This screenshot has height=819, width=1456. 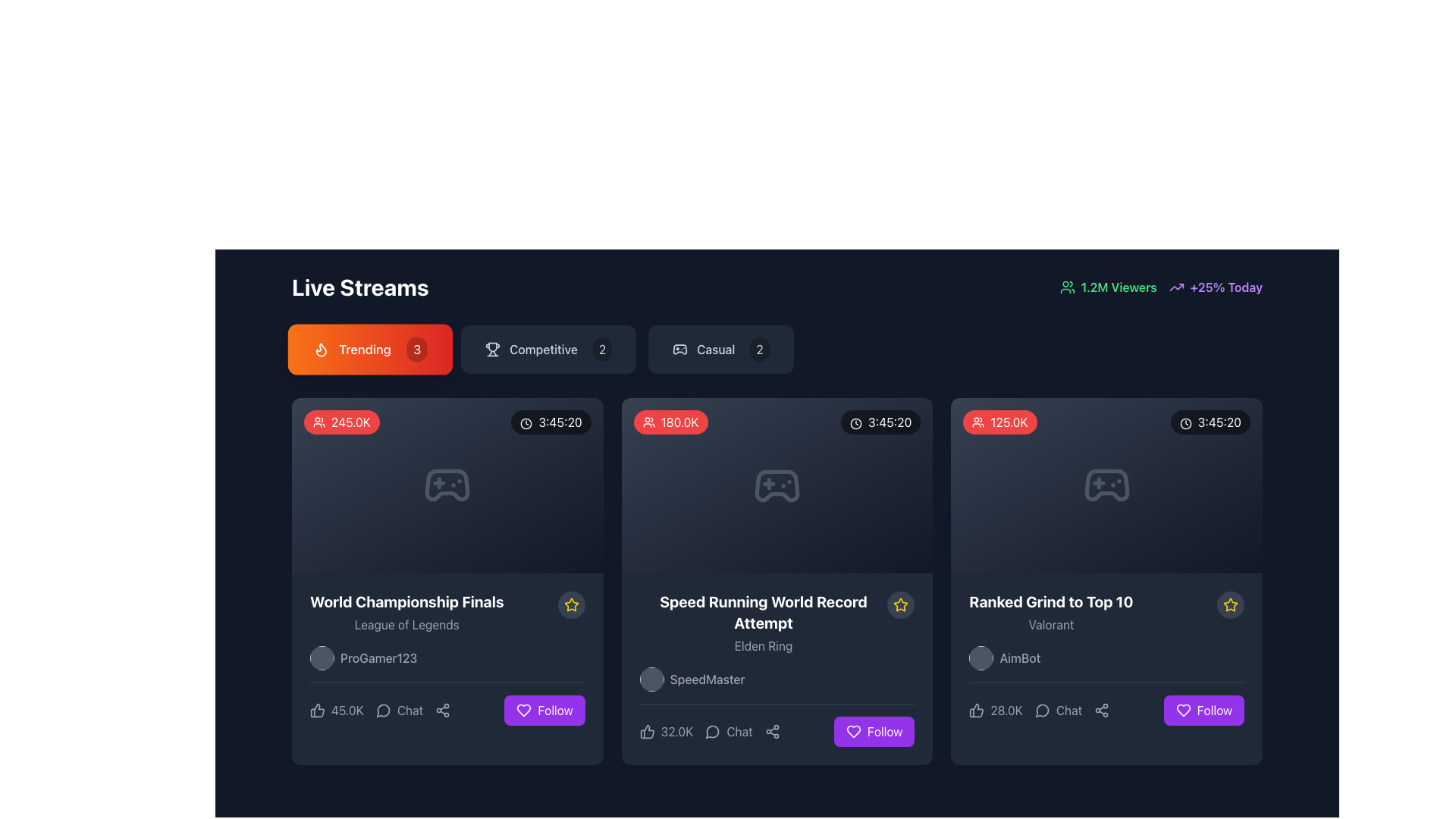 What do you see at coordinates (320, 350) in the screenshot?
I see `the 'Trending' icon located inside the orange button labeled 'Trending', positioned before the text and numeral '3'` at bounding box center [320, 350].